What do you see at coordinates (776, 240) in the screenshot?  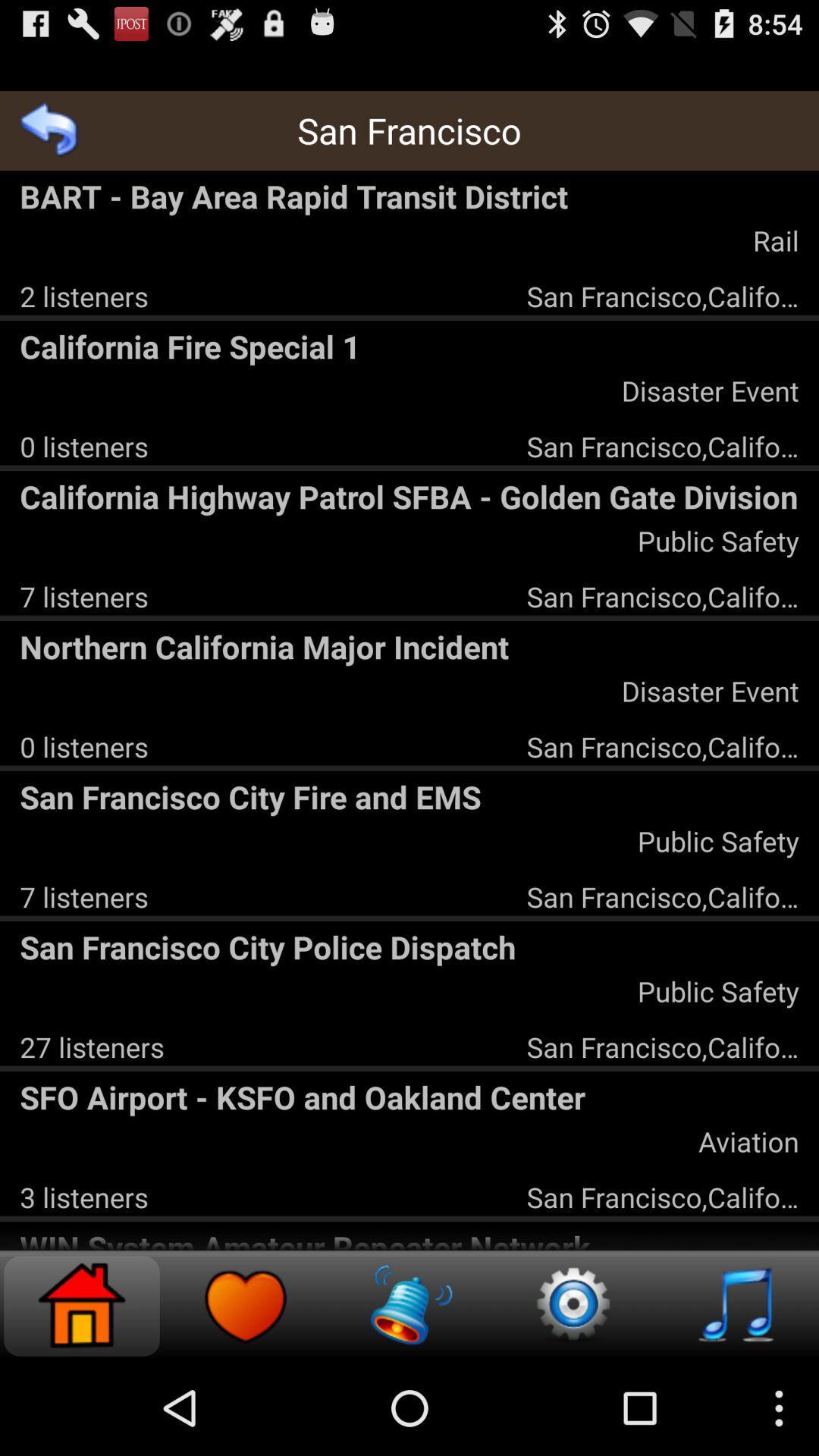 I see `the rail icon` at bounding box center [776, 240].